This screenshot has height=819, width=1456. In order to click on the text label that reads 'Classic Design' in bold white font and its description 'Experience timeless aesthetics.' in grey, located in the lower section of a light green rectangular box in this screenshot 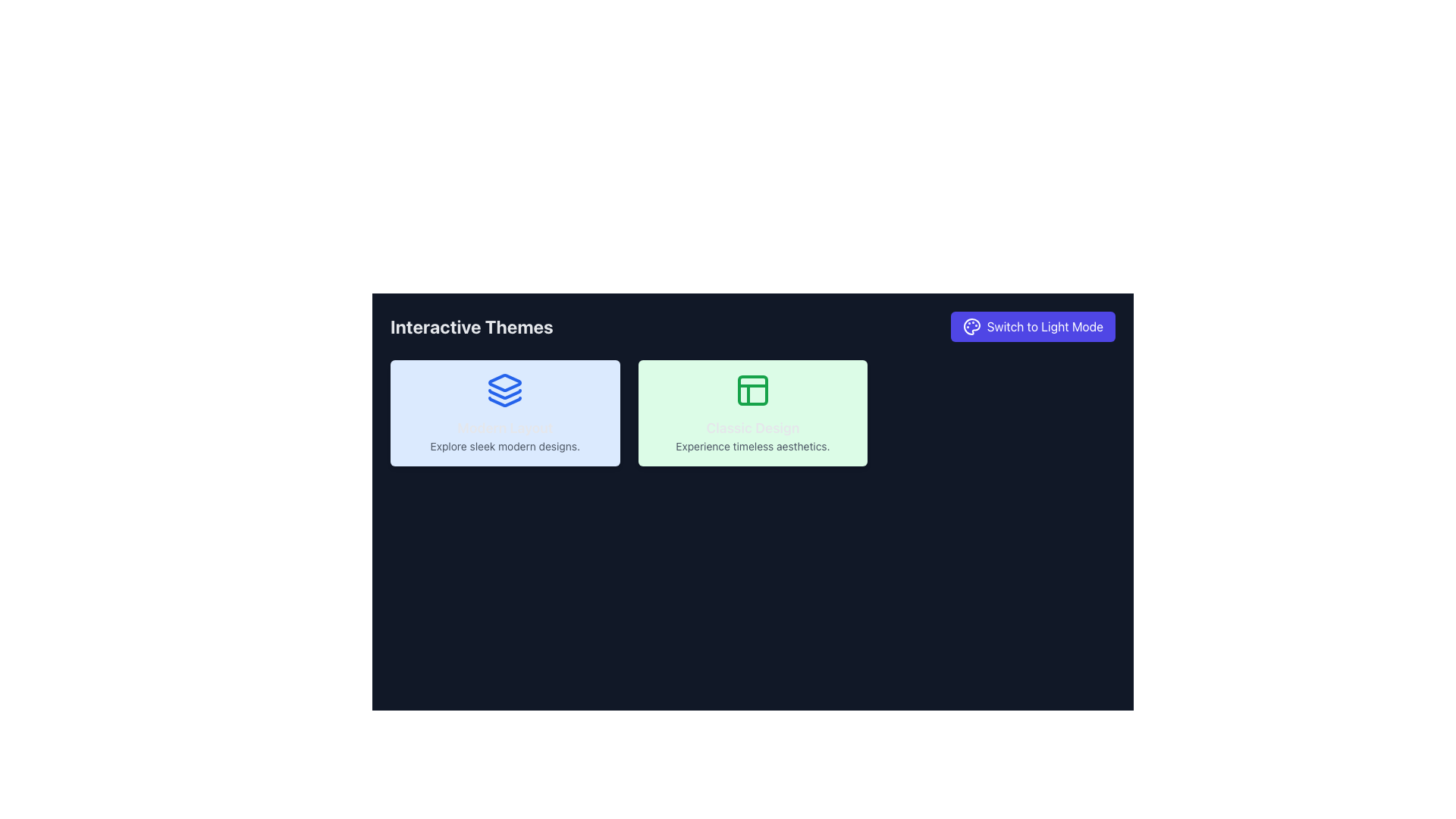, I will do `click(753, 435)`.